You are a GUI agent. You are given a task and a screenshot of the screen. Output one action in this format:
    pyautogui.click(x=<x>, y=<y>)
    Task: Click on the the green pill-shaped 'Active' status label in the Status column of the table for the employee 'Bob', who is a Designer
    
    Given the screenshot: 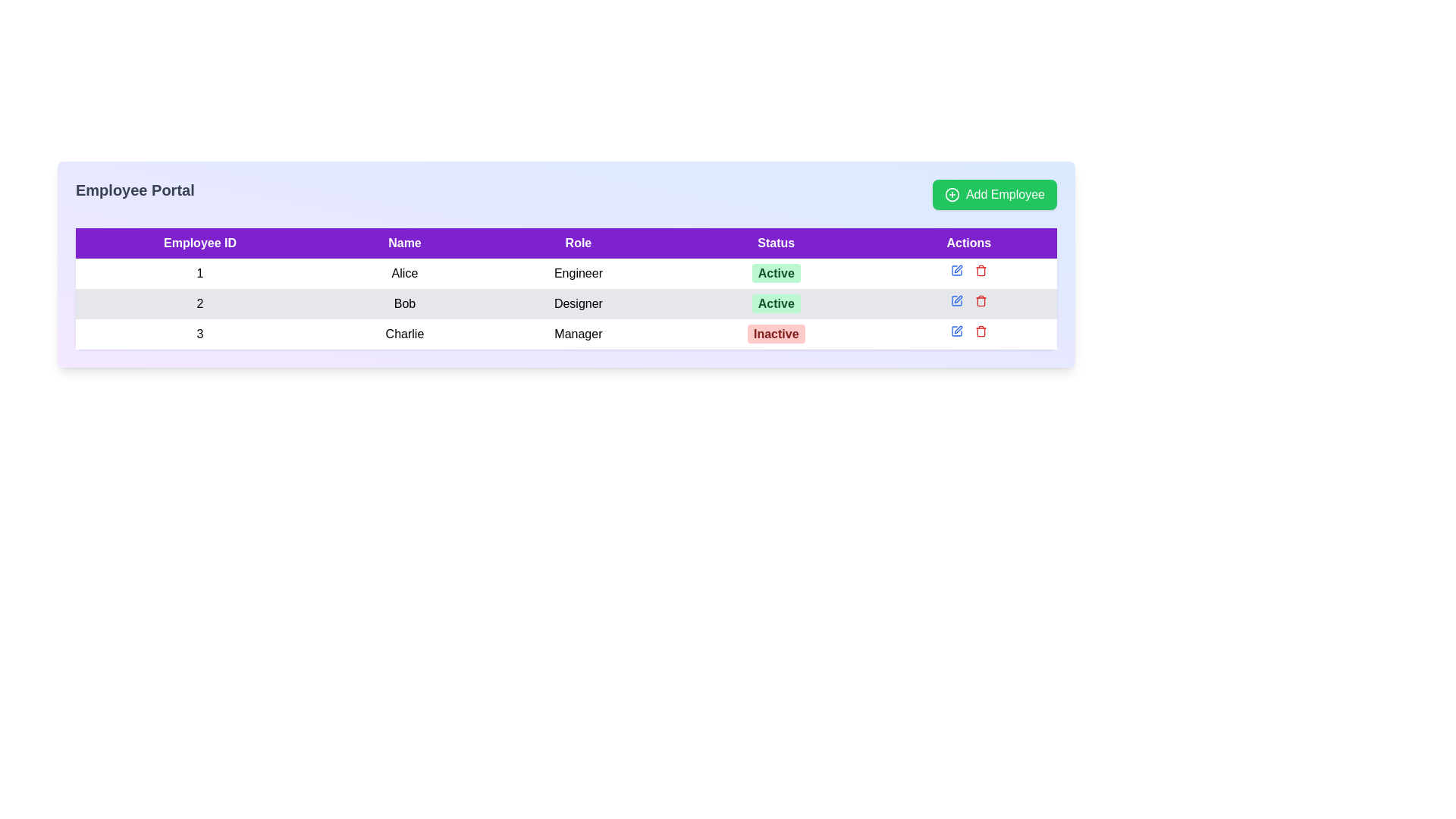 What is the action you would take?
    pyautogui.click(x=776, y=304)
    